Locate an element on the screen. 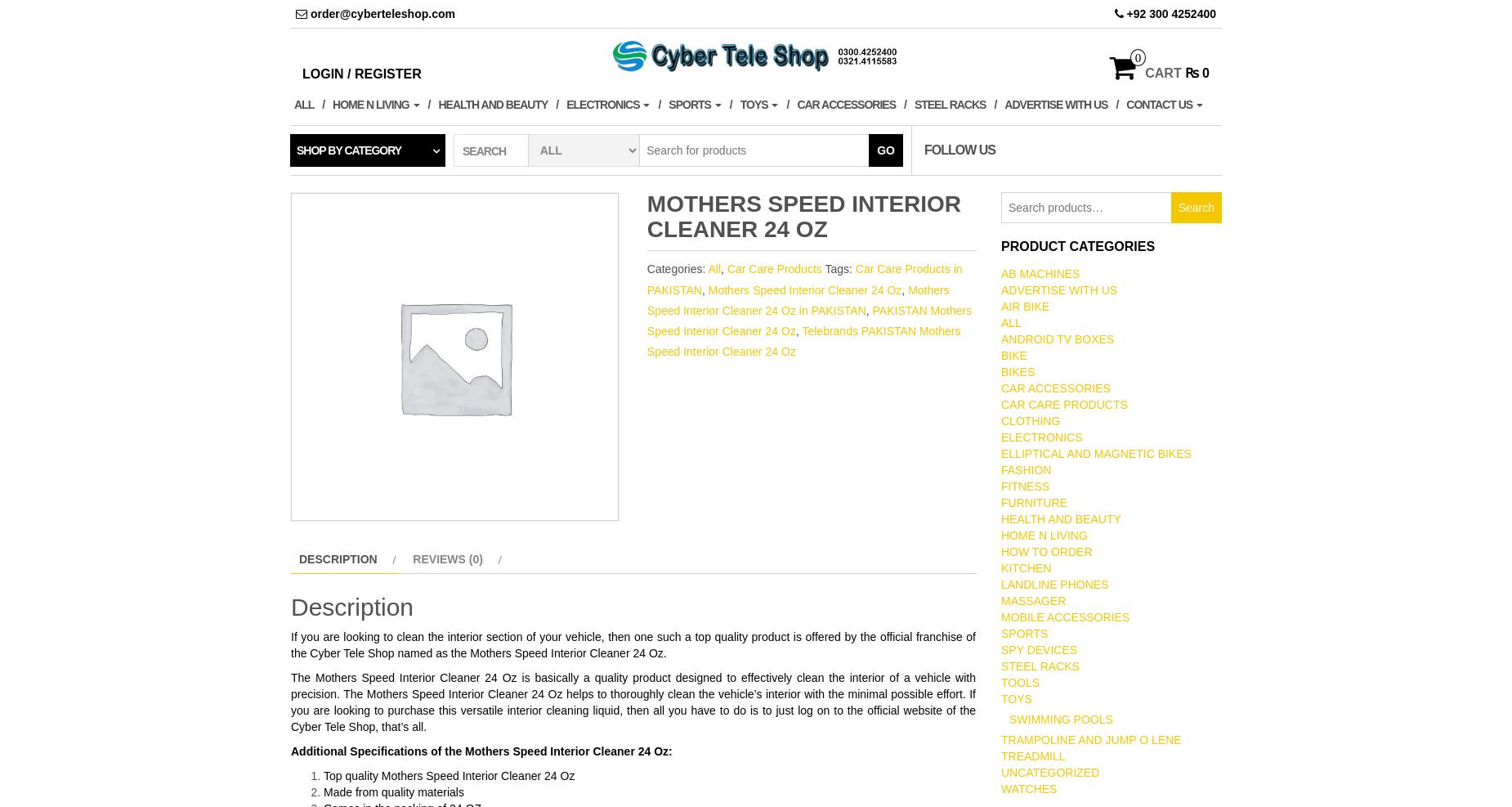 This screenshot has height=807, width=1512. 'Mothers Speed Interior Cleaner 24 Oz in PAKISTAN' is located at coordinates (797, 299).